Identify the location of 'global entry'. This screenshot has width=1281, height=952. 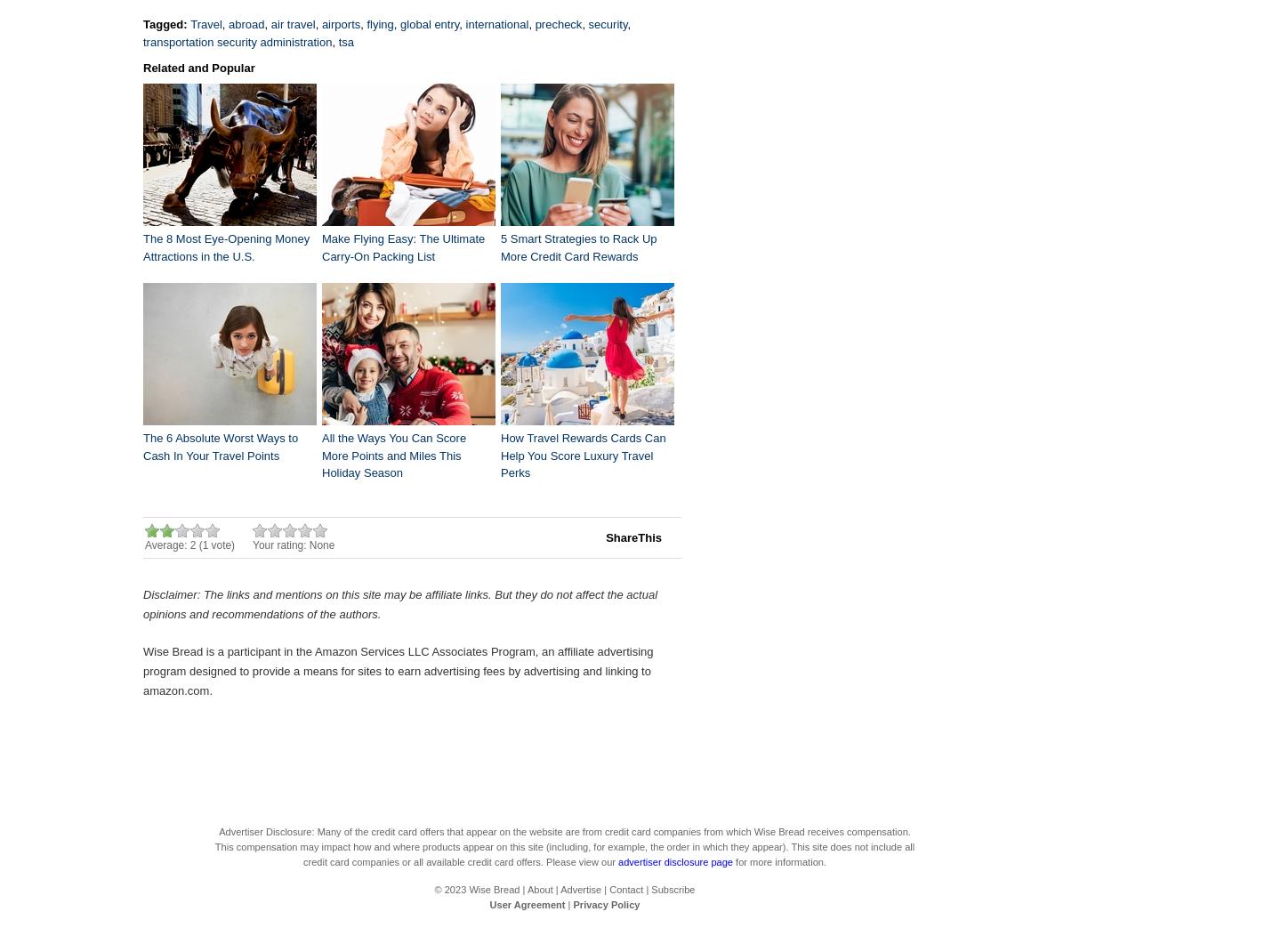
(400, 23).